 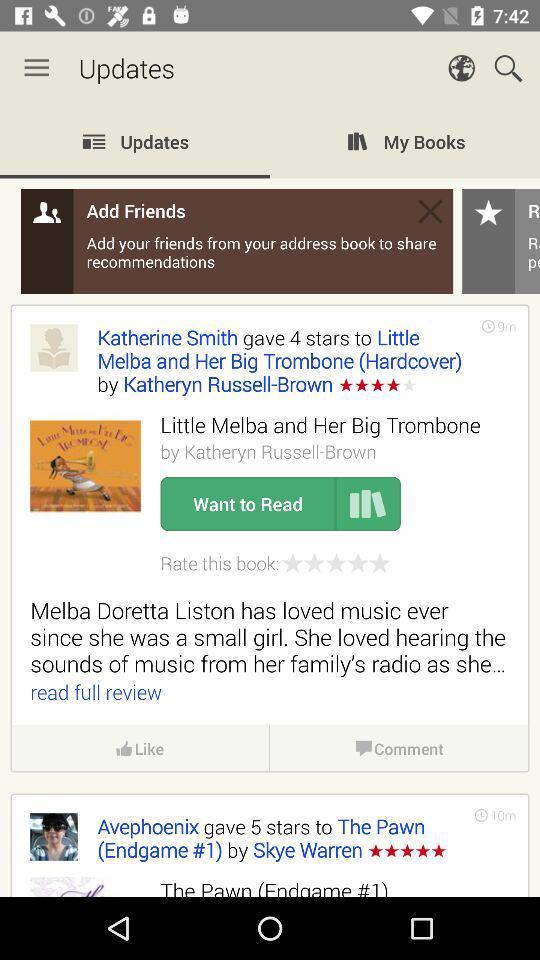 I want to click on the item next to the updates item, so click(x=36, y=68).